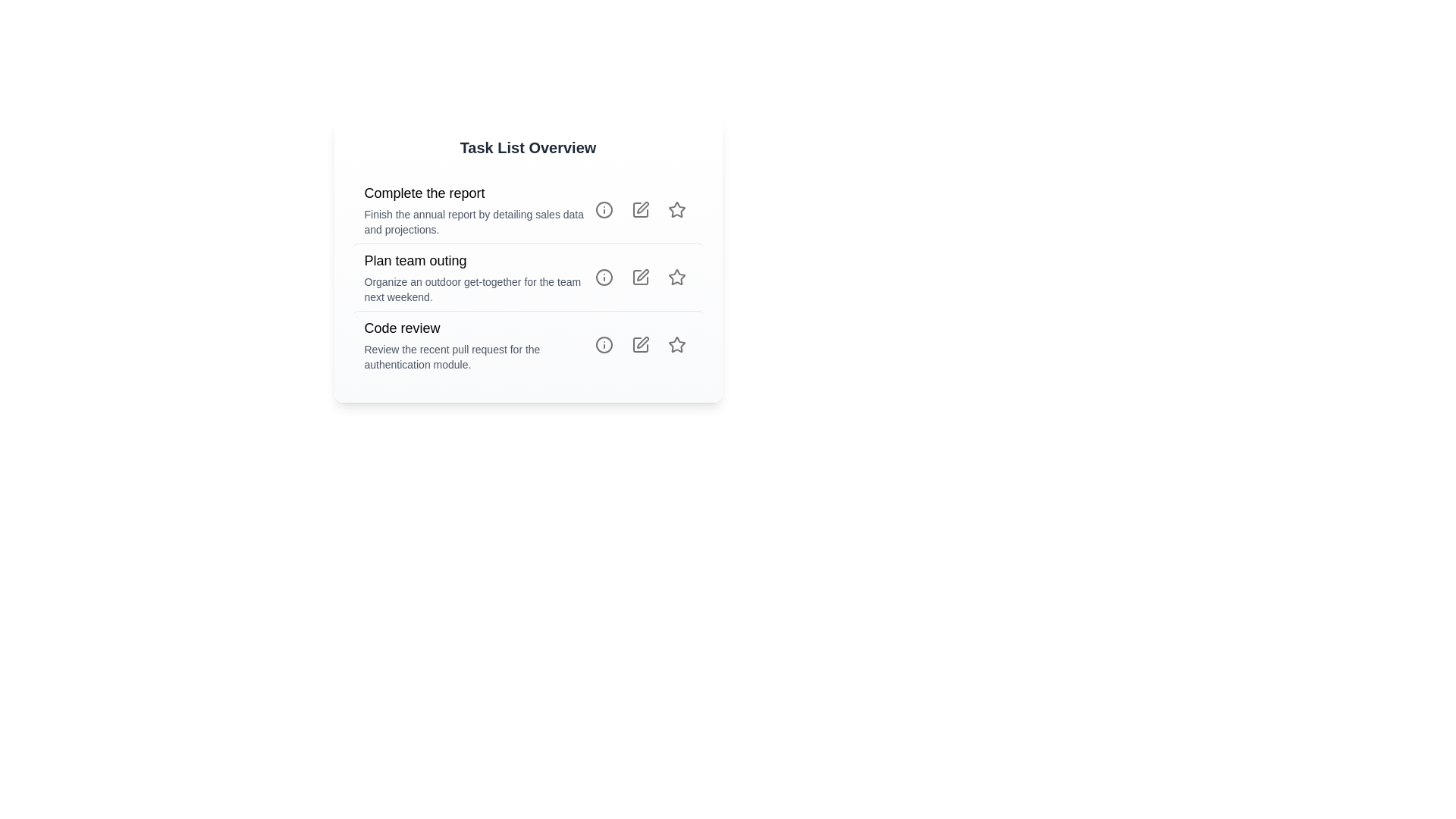 The image size is (1456, 819). What do you see at coordinates (603, 345) in the screenshot?
I see `the outer circular component of the info icon located to the right of the 'Code review' task description in the task list interface` at bounding box center [603, 345].